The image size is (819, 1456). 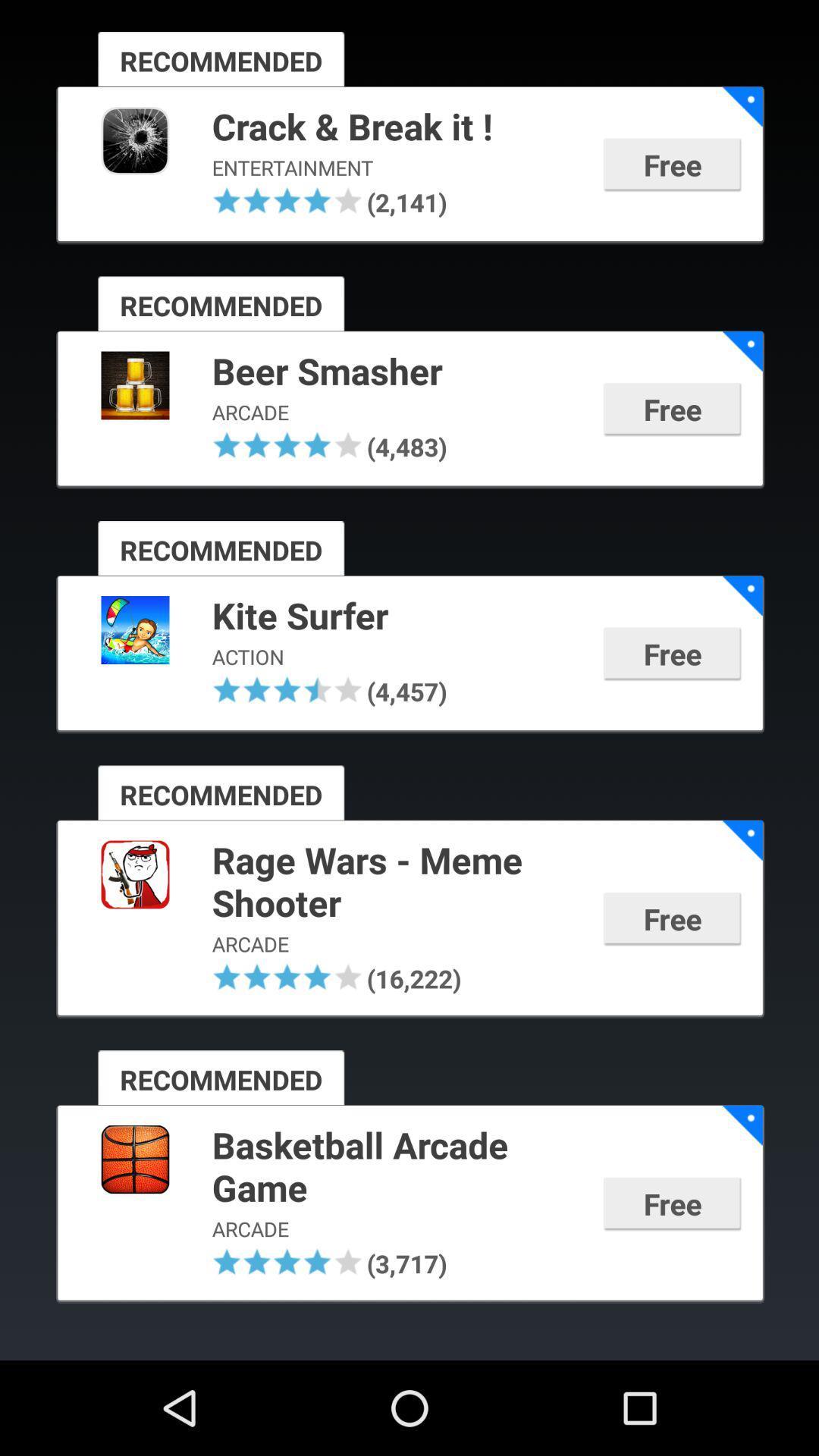 What do you see at coordinates (256, 444) in the screenshot?
I see `item above the recommended icon` at bounding box center [256, 444].